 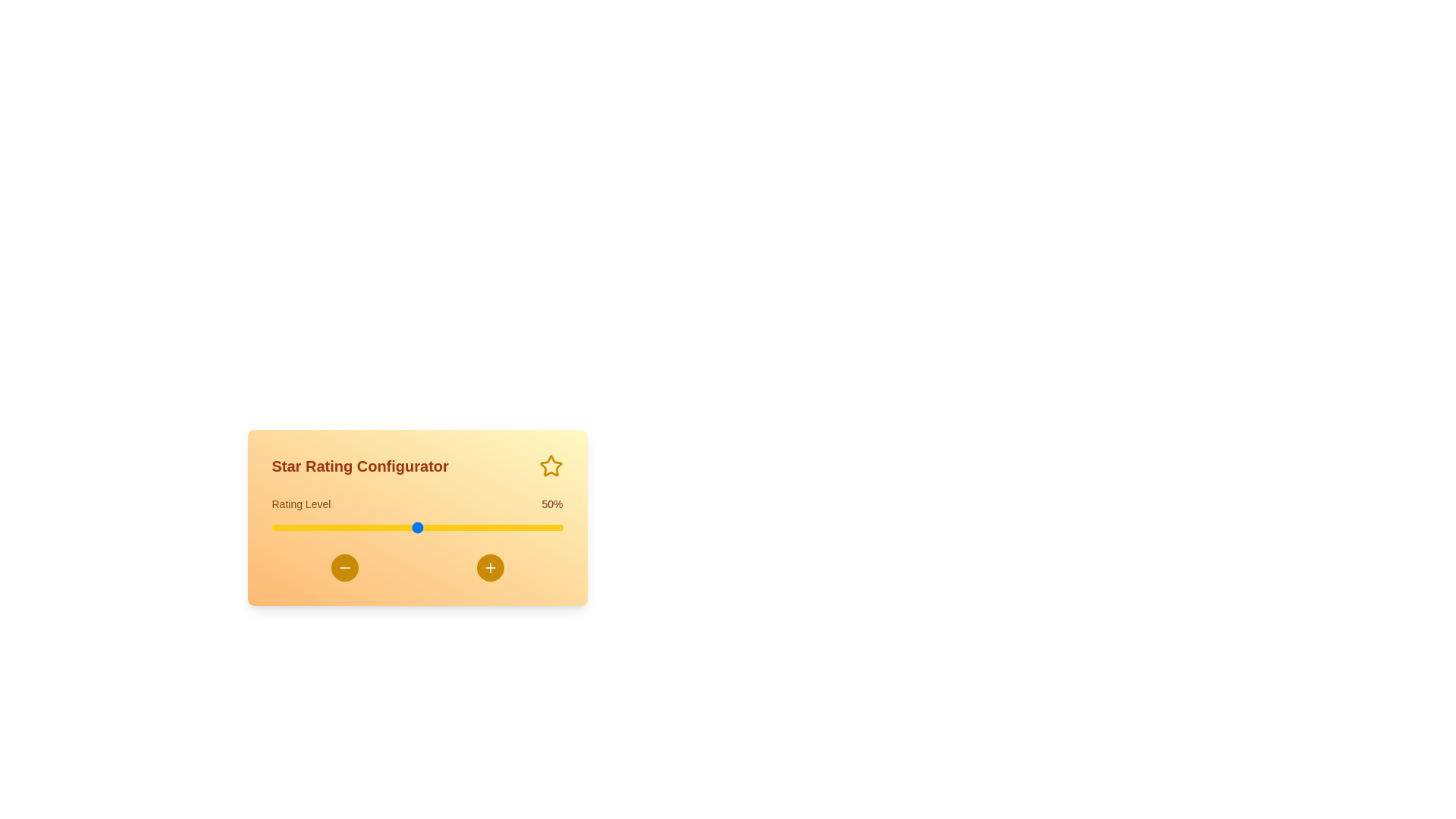 What do you see at coordinates (323, 526) in the screenshot?
I see `the slider to set the rating to 18%` at bounding box center [323, 526].